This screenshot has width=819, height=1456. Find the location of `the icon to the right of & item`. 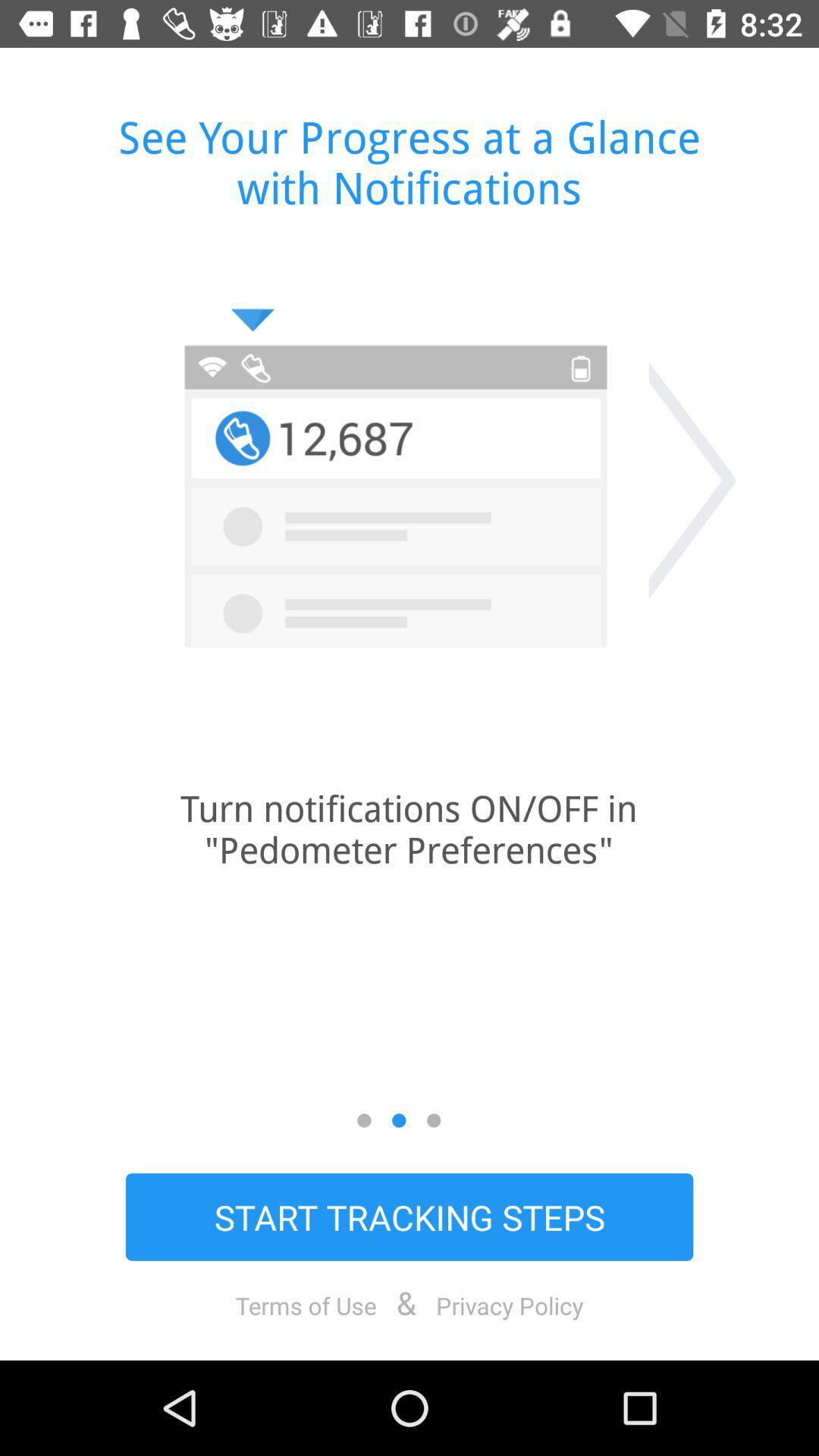

the icon to the right of & item is located at coordinates (510, 1304).